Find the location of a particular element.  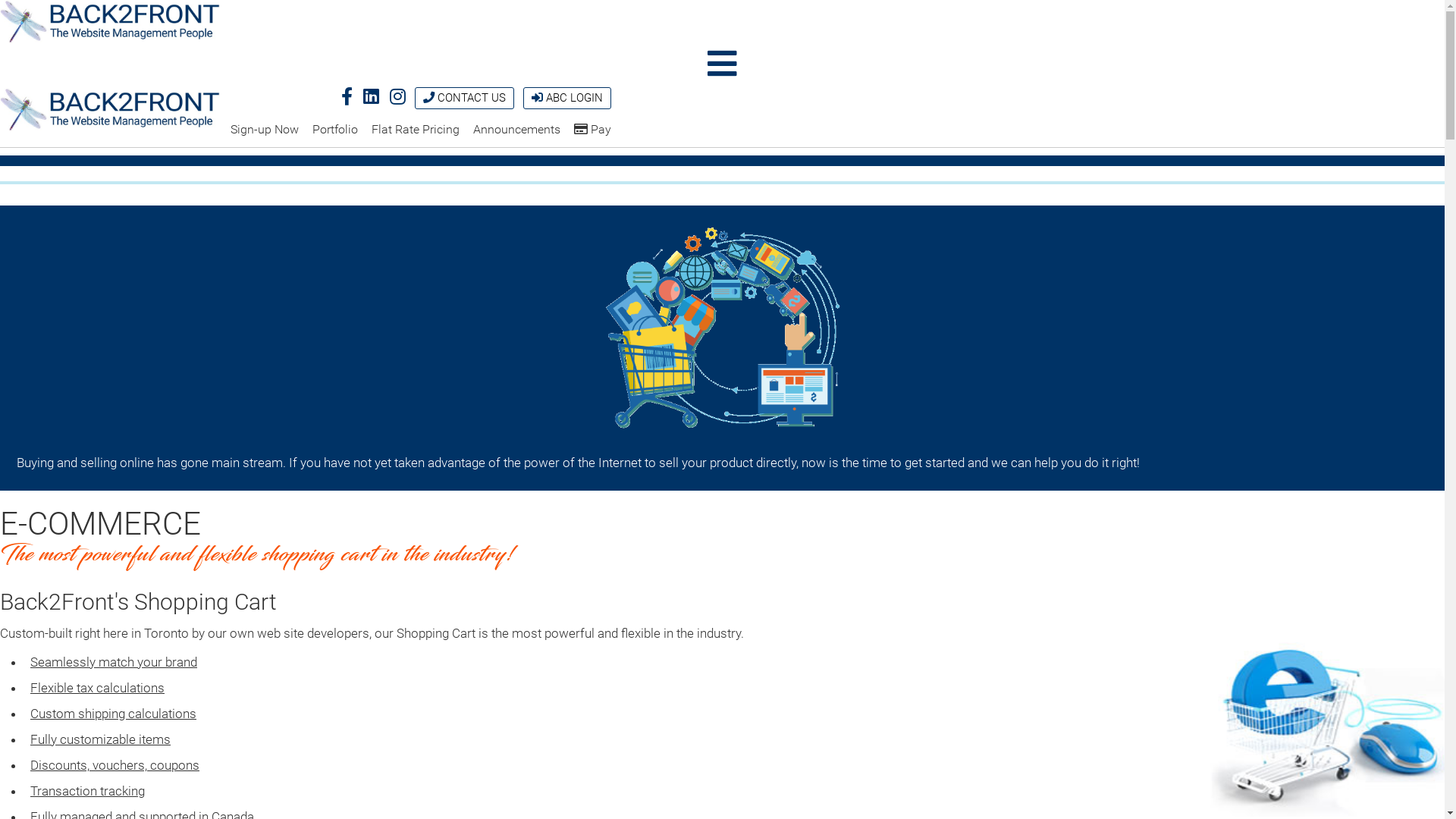

'ABC Login' is located at coordinates (537, 97).